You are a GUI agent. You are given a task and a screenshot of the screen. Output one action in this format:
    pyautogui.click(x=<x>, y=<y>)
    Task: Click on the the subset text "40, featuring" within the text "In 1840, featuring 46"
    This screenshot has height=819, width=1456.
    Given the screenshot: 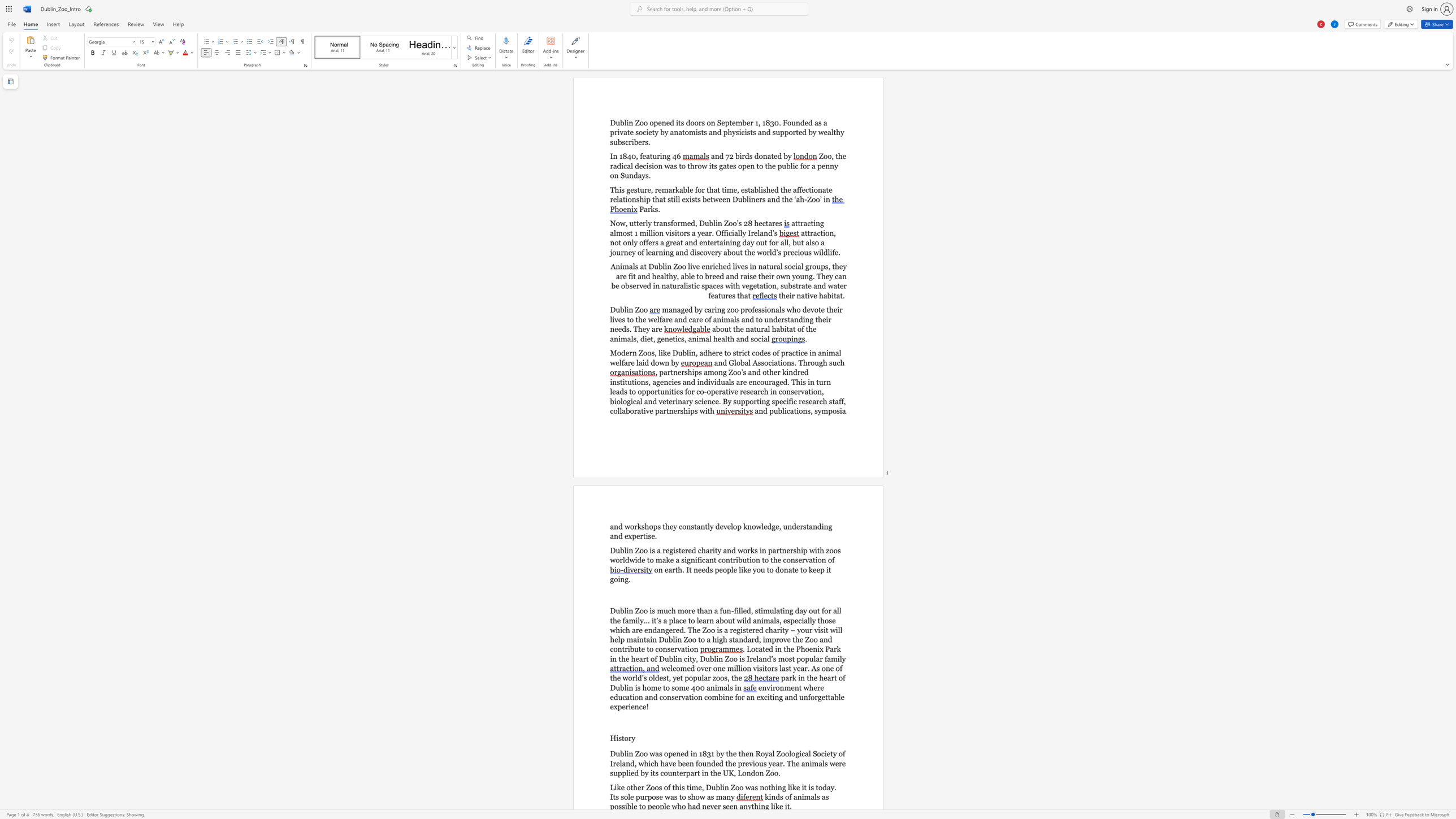 What is the action you would take?
    pyautogui.click(x=626, y=155)
    